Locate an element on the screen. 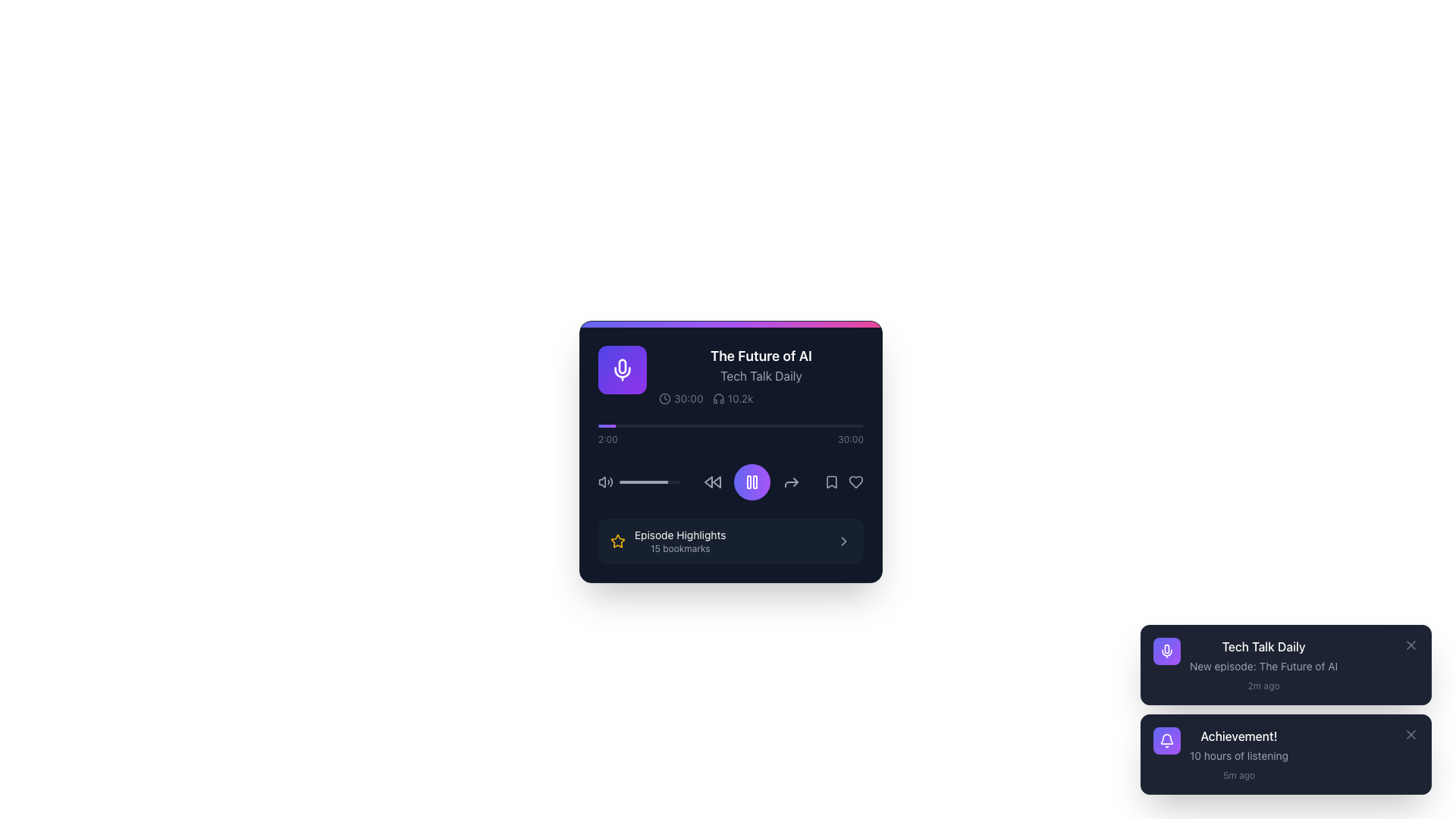 This screenshot has height=819, width=1456. the small, rightward-pointing chevron icon in light gray located at the far right of the 'Episode Highlights' section after the text '15 bookmarks' is located at coordinates (843, 540).